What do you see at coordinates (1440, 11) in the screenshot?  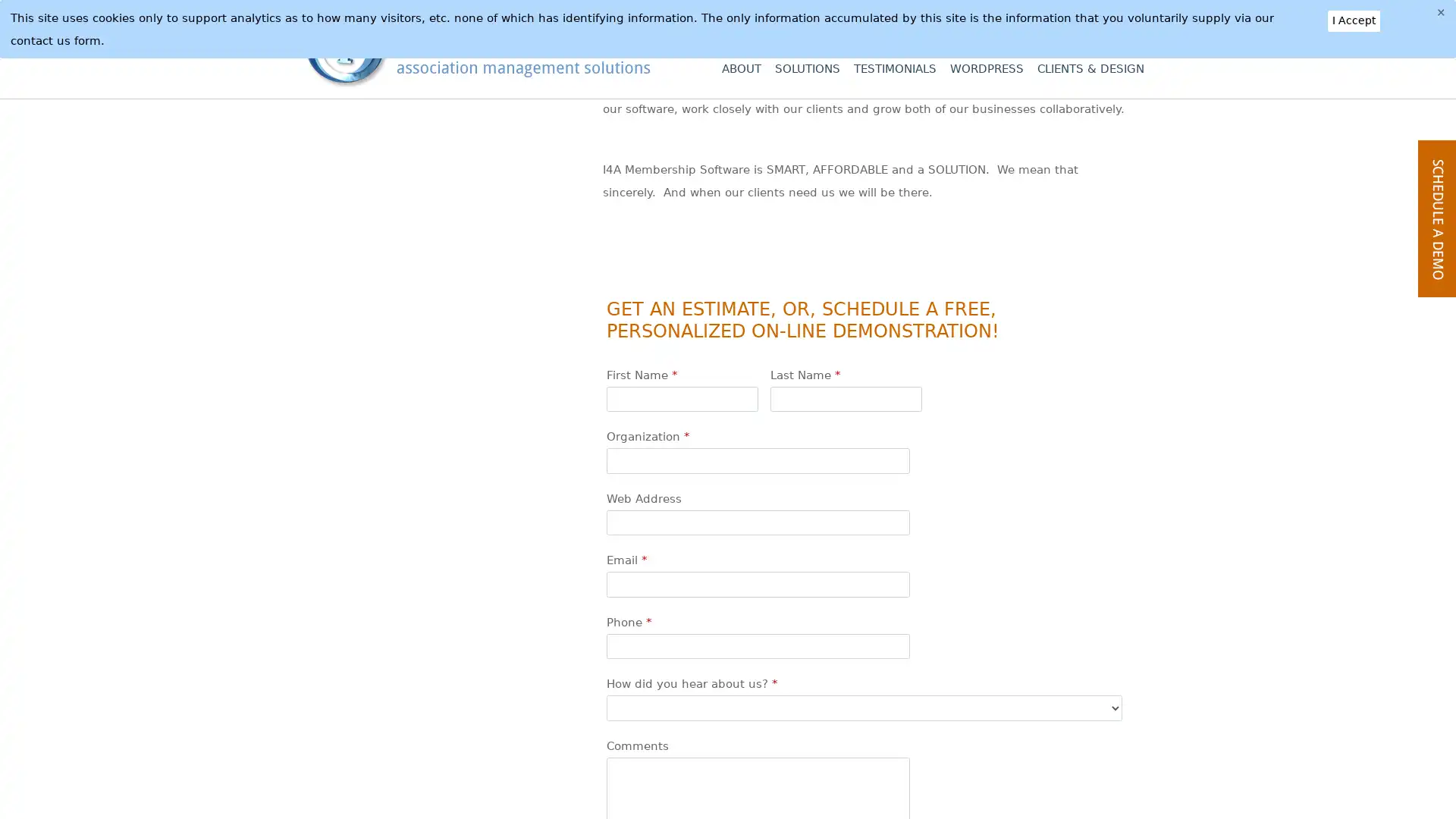 I see `Close` at bounding box center [1440, 11].